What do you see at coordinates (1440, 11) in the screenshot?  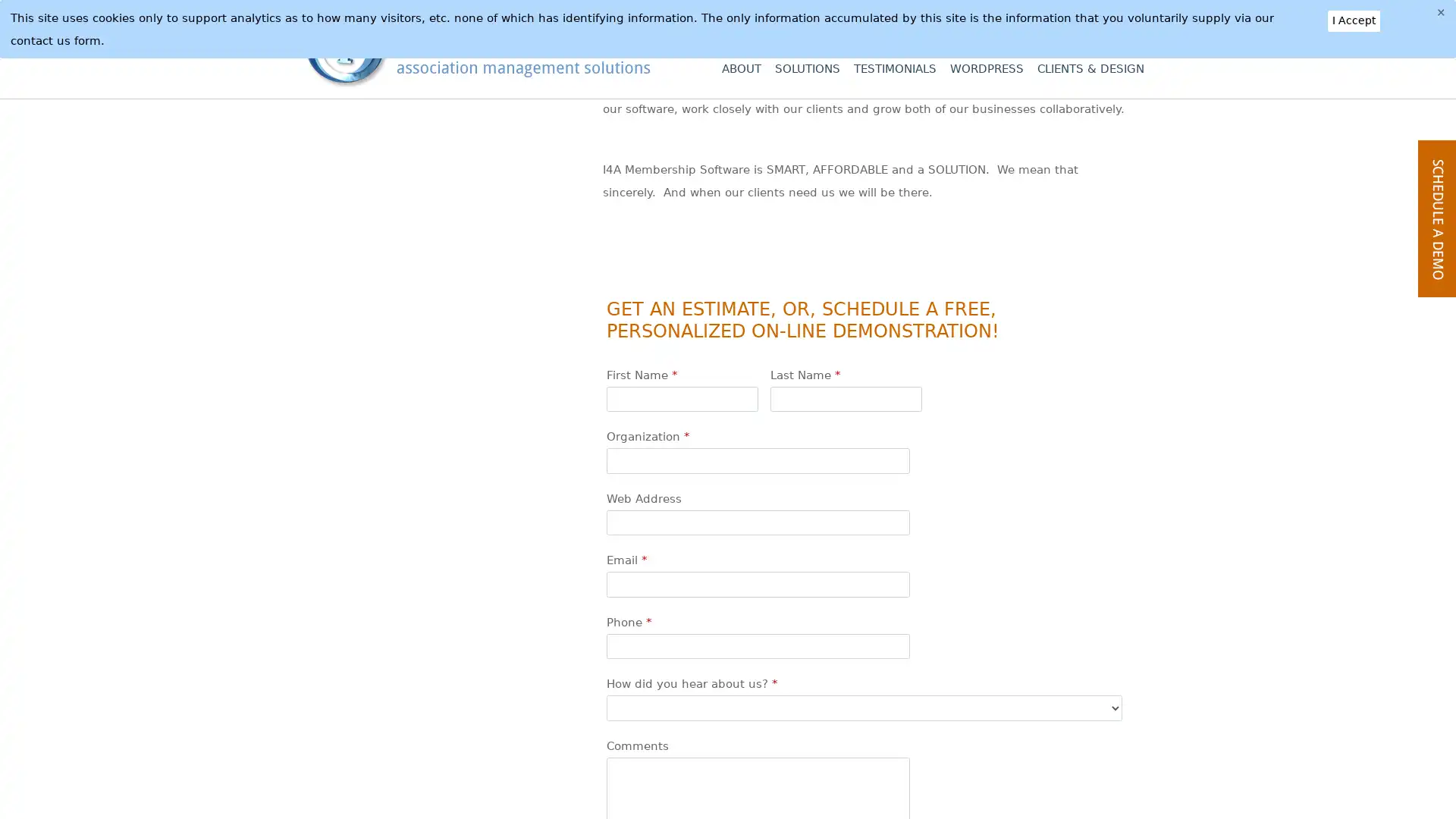 I see `Close` at bounding box center [1440, 11].